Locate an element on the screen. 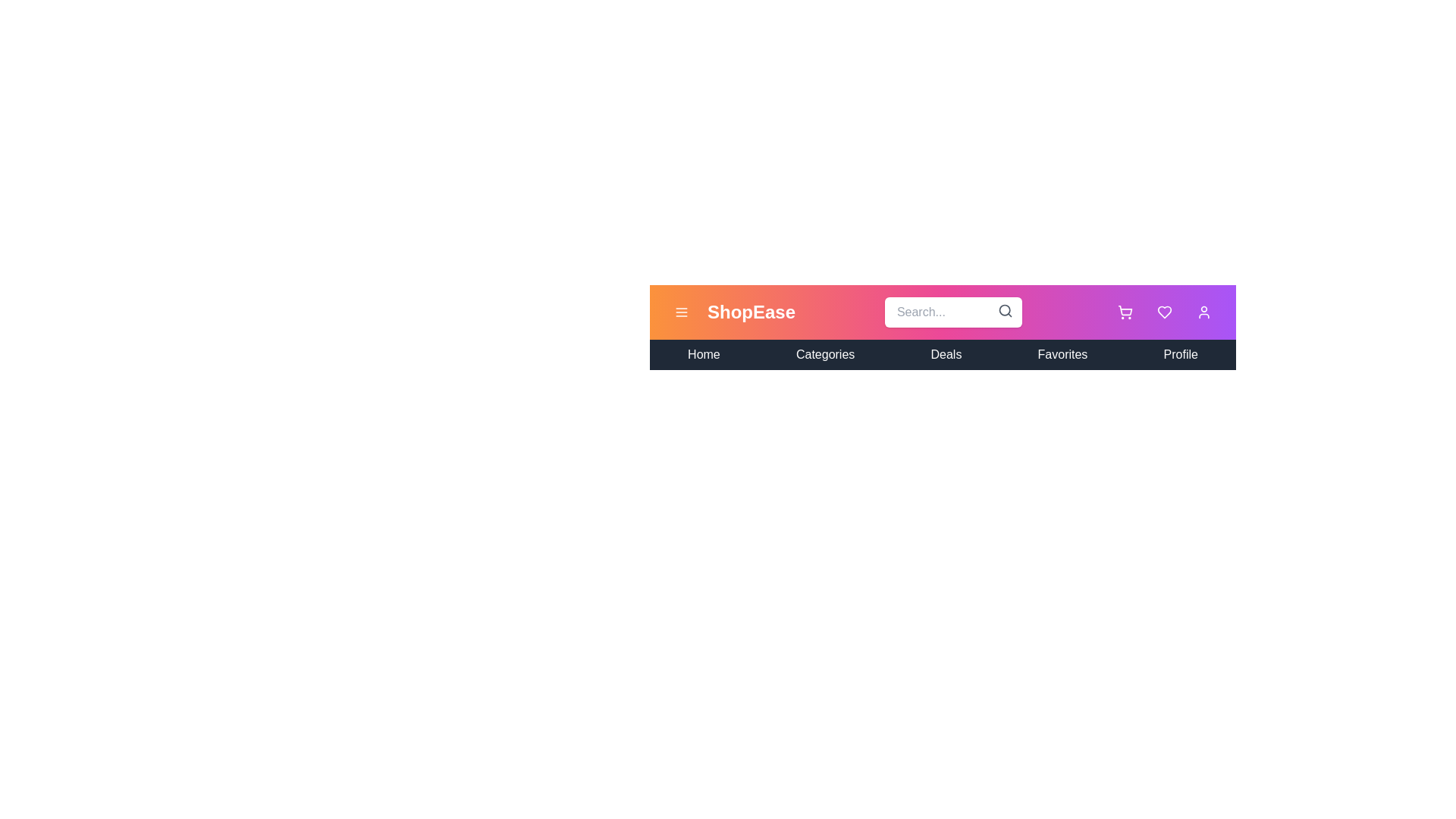  the Home from the navigation menu is located at coordinates (702, 354).